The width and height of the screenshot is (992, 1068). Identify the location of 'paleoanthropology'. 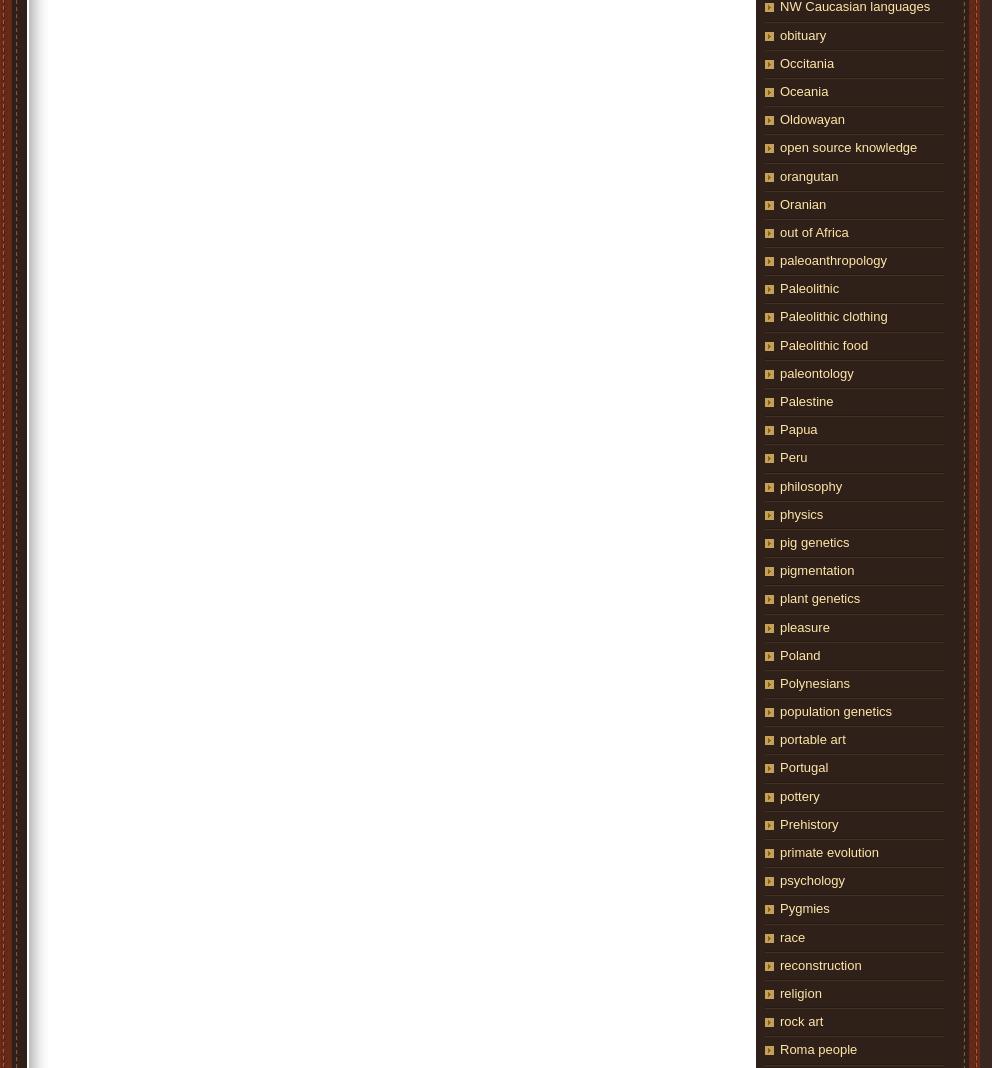
(831, 260).